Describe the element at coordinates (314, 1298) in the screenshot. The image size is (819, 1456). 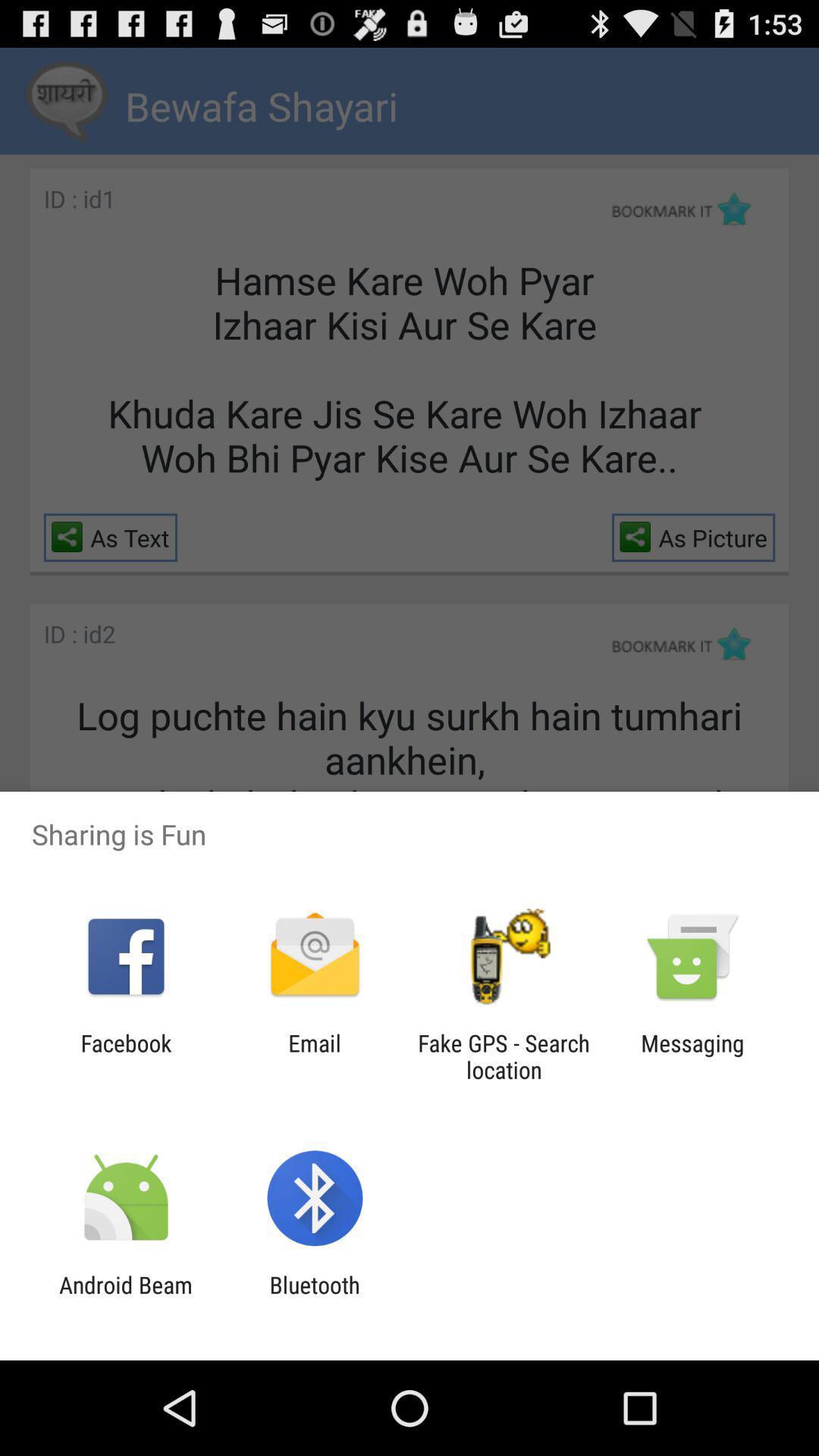
I see `the item to the right of the android beam app` at that location.